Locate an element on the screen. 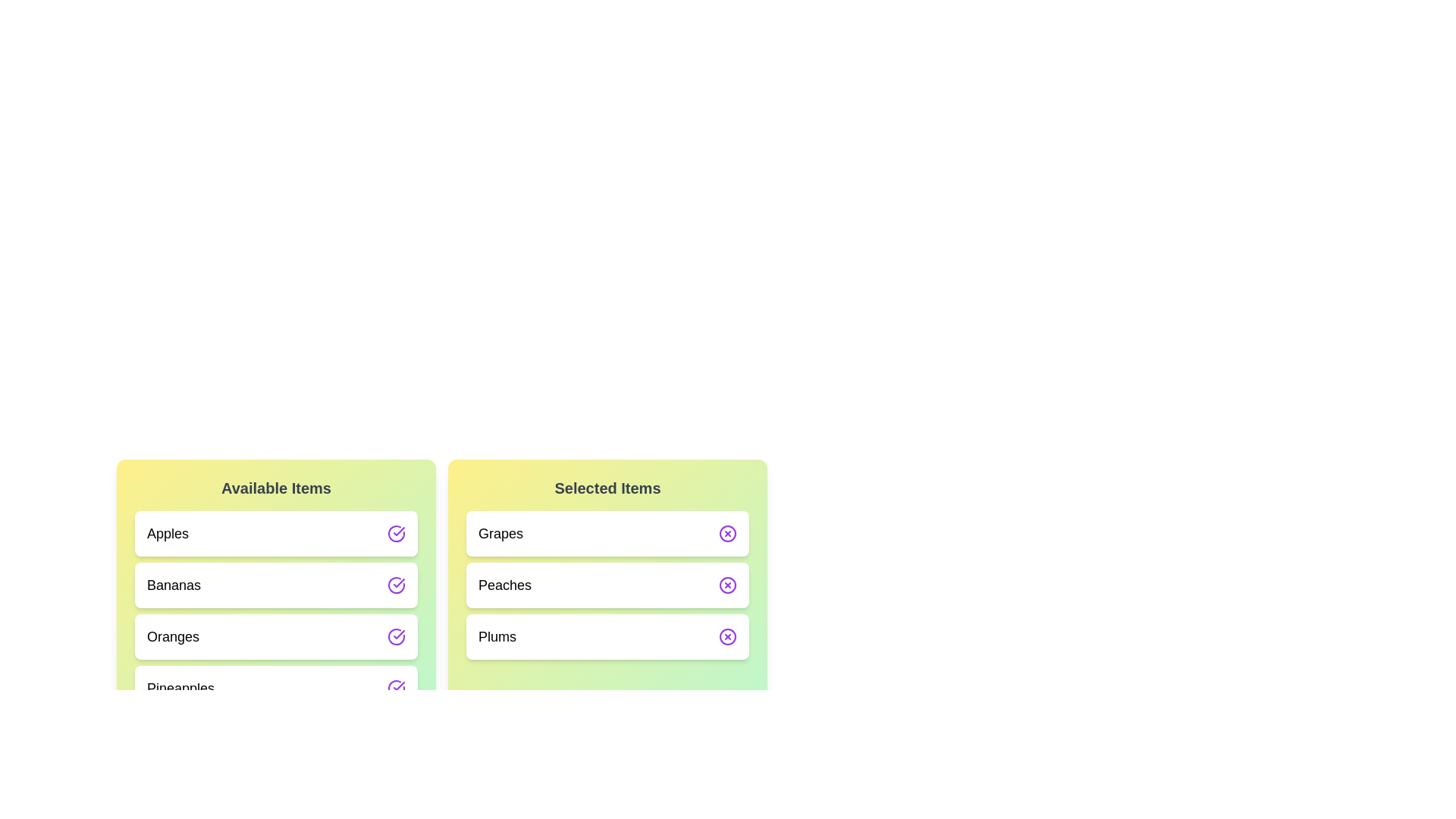  the transfer button next to Apples in the 'Available Items' list to move it to the 'Selected Items' list is located at coordinates (397, 533).